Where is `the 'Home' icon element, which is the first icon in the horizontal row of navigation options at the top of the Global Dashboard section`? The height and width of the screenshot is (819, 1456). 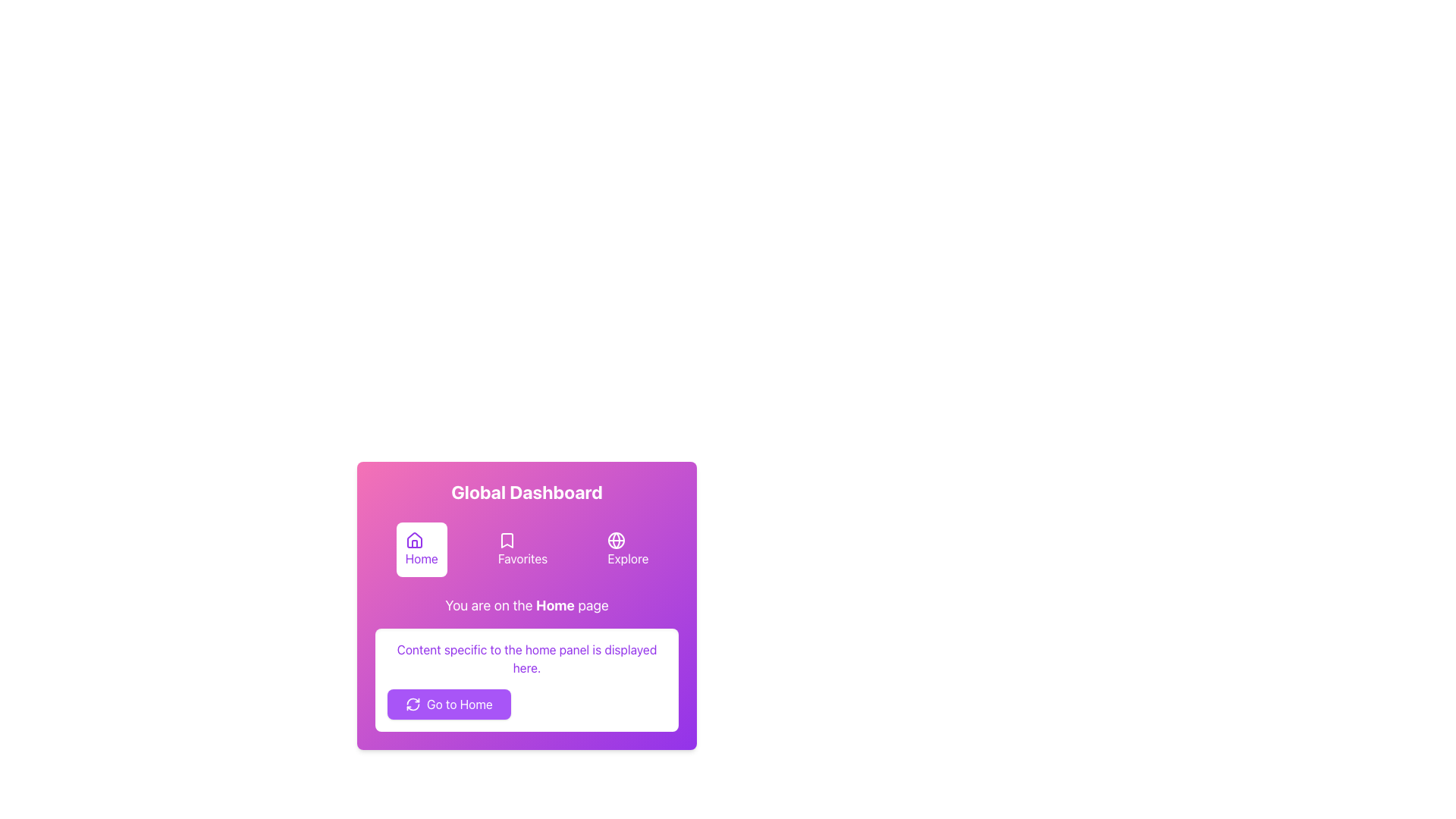
the 'Home' icon element, which is the first icon in the horizontal row of navigation options at the top of the Global Dashboard section is located at coordinates (414, 539).